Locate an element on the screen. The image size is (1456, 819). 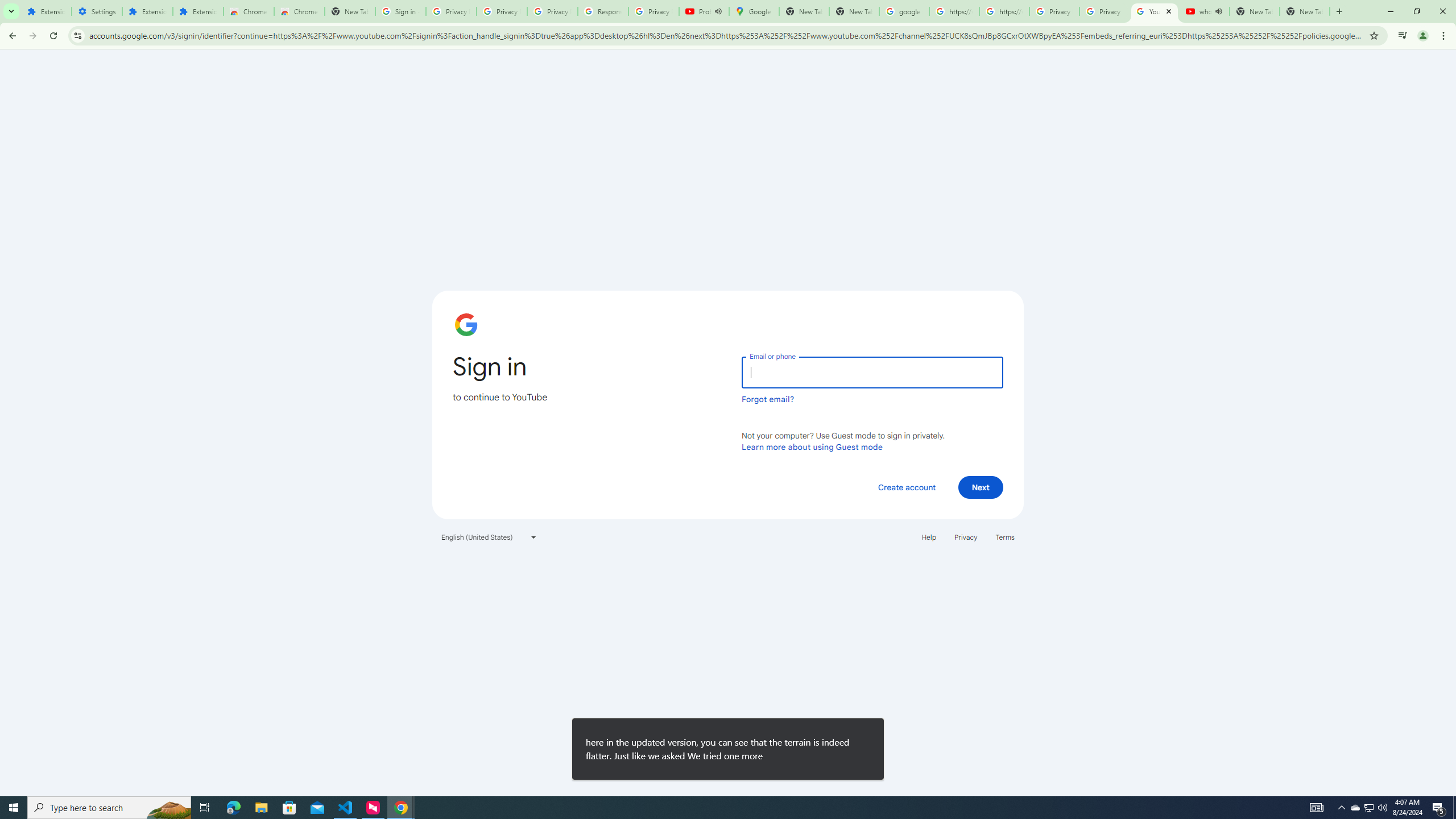
'Forgot email?' is located at coordinates (767, 399).